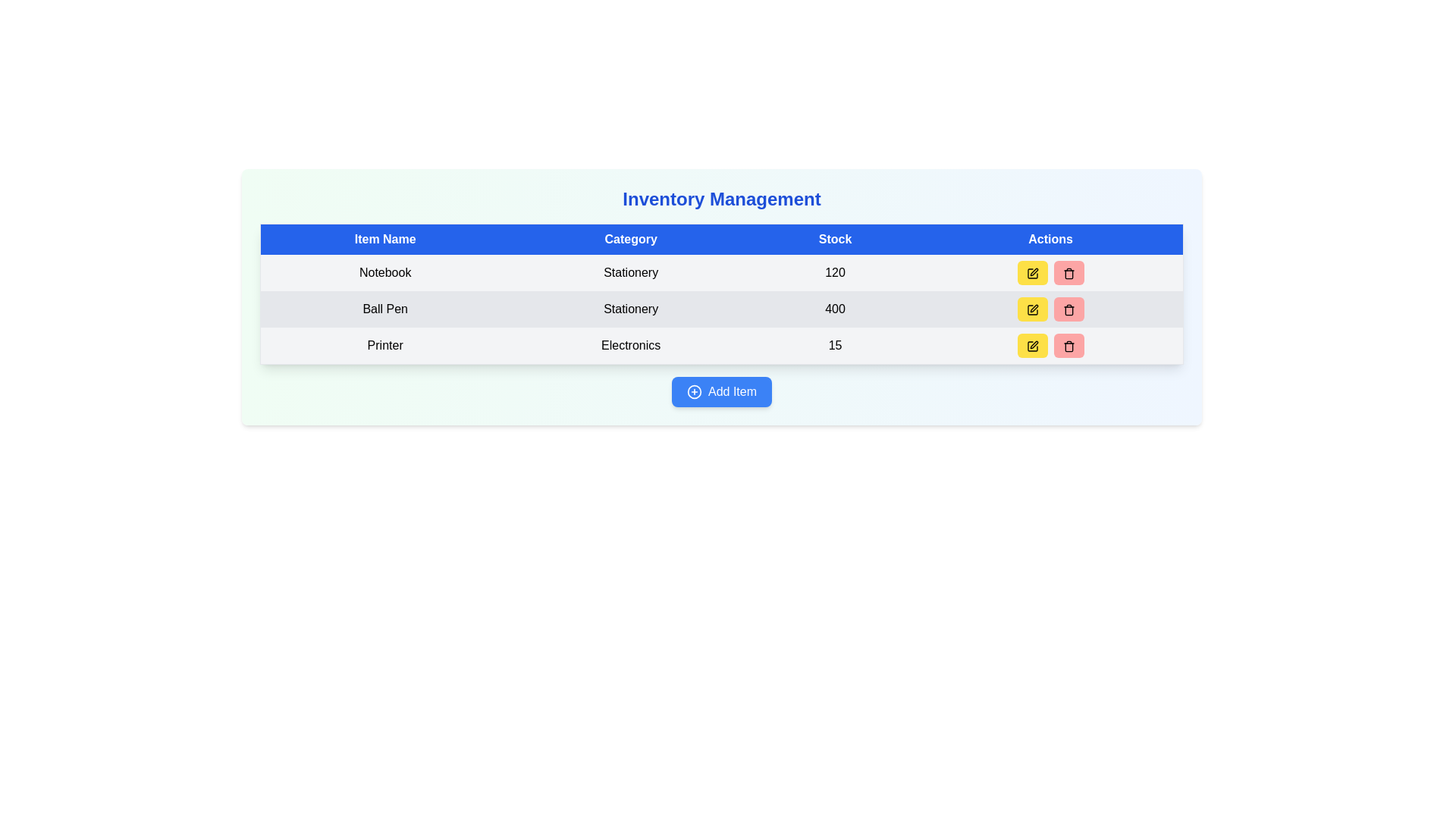 Image resolution: width=1456 pixels, height=819 pixels. I want to click on the header label 'Category' which has white text on a dark blue background, located as the second column header in a table row, centrally aligned within its cell, so click(631, 239).